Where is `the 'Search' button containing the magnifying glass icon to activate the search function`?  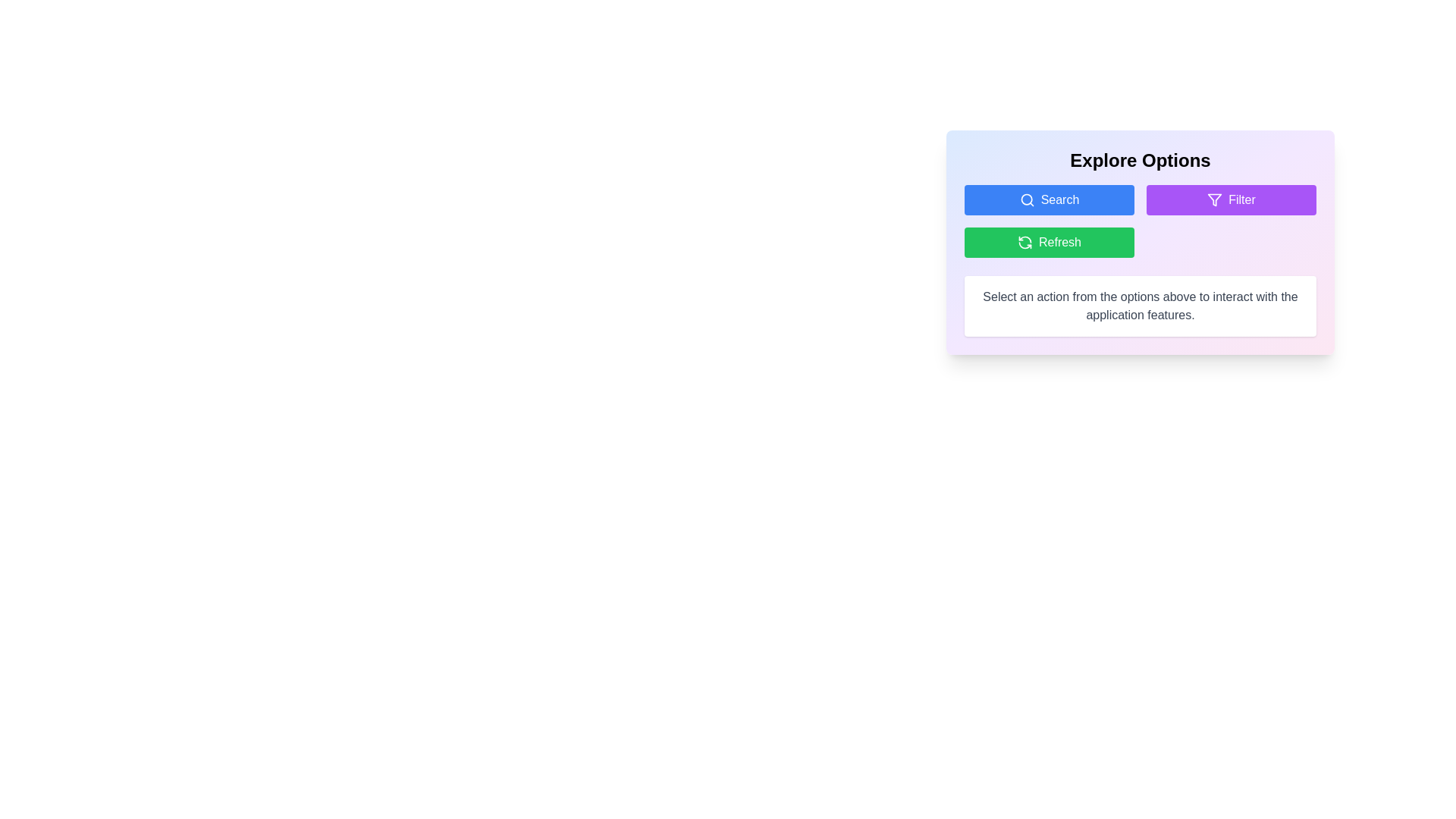
the 'Search' button containing the magnifying glass icon to activate the search function is located at coordinates (1026, 199).